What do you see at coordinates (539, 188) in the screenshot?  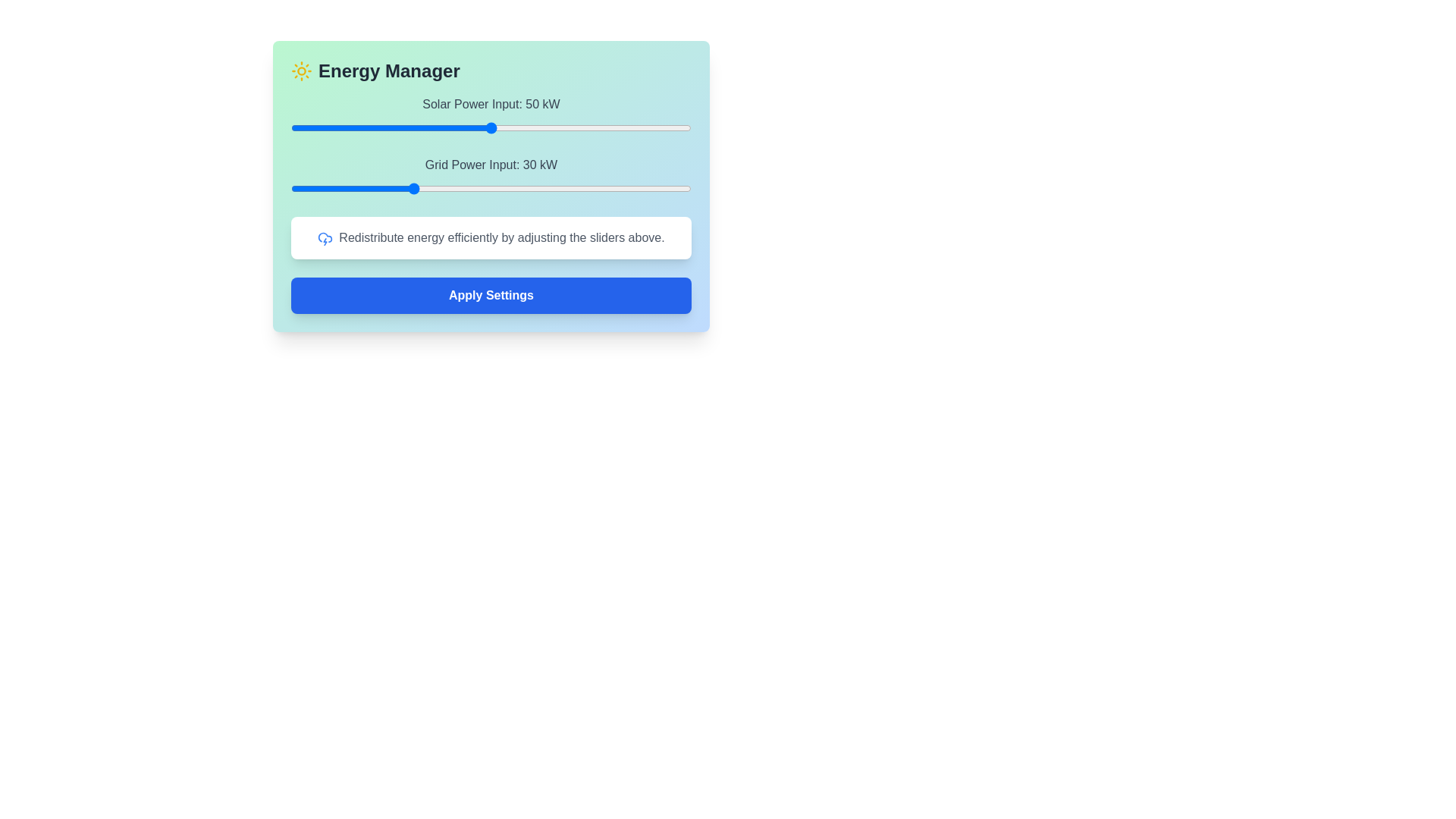 I see `the Grid Power Input slider to 62 kW` at bounding box center [539, 188].